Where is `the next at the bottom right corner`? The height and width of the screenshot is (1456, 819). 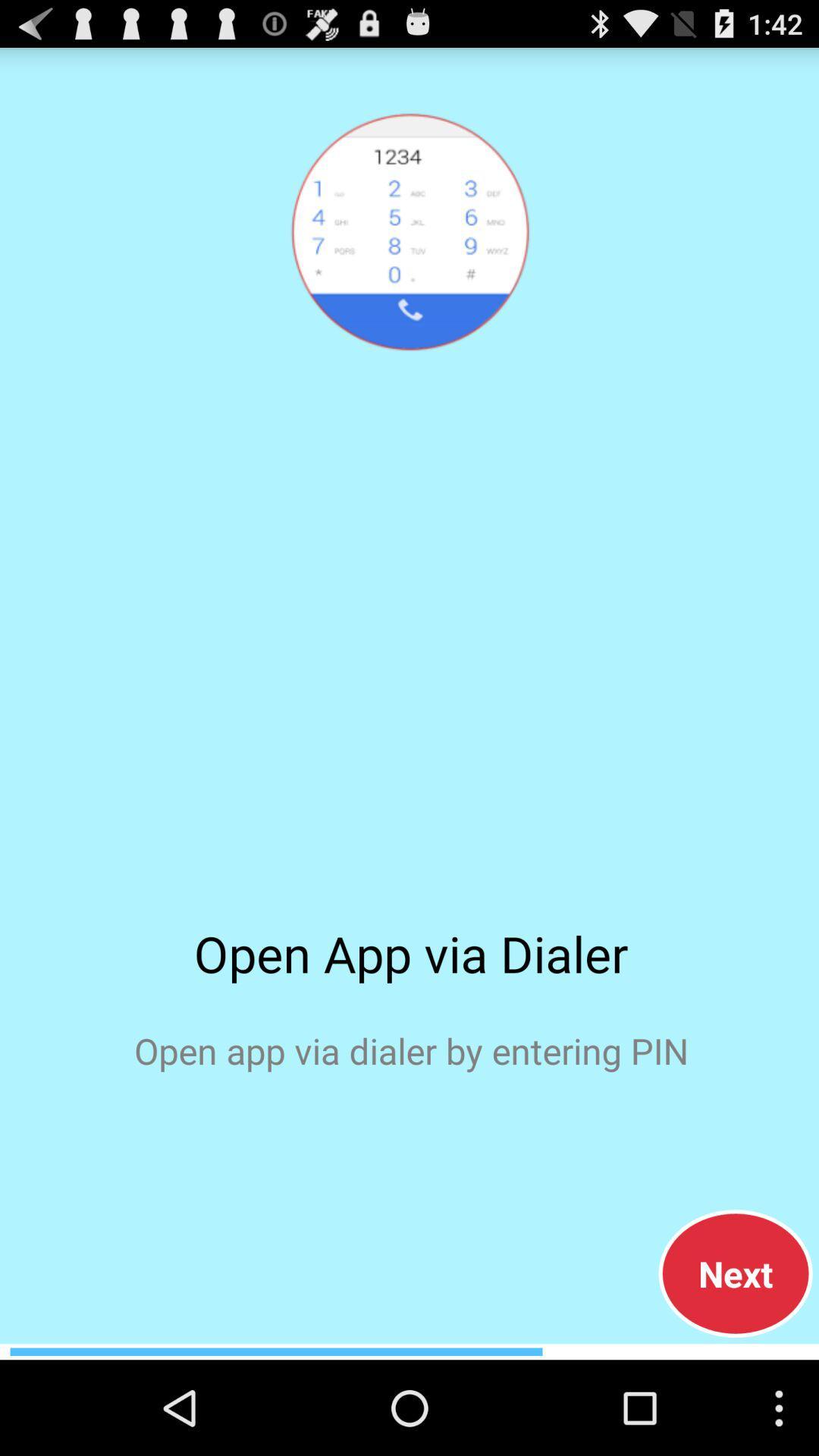 the next at the bottom right corner is located at coordinates (735, 1273).